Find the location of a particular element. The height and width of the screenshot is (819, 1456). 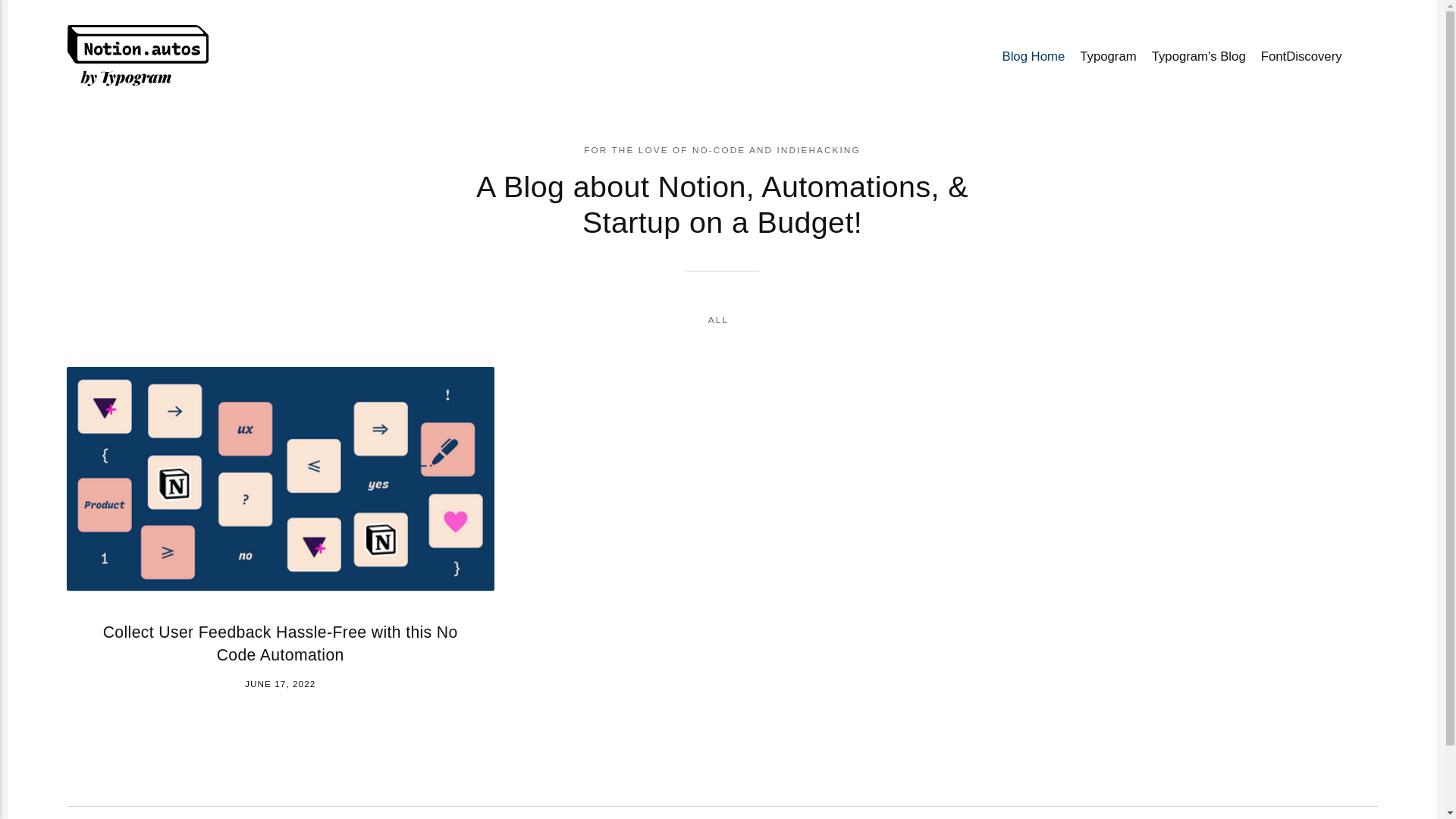

'Blog Home' is located at coordinates (993, 56).